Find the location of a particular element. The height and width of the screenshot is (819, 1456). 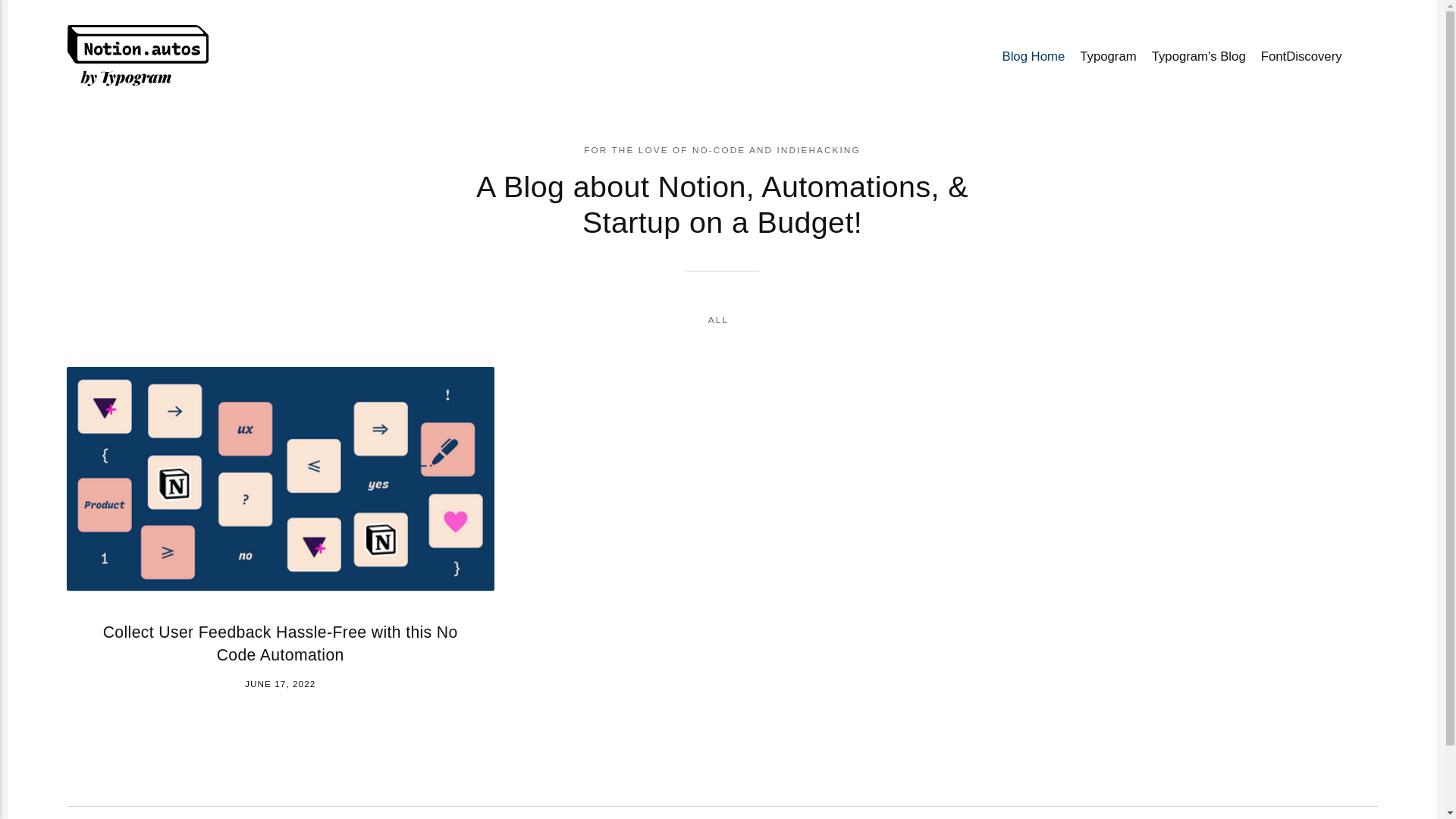

'Blog Home' is located at coordinates (993, 56).